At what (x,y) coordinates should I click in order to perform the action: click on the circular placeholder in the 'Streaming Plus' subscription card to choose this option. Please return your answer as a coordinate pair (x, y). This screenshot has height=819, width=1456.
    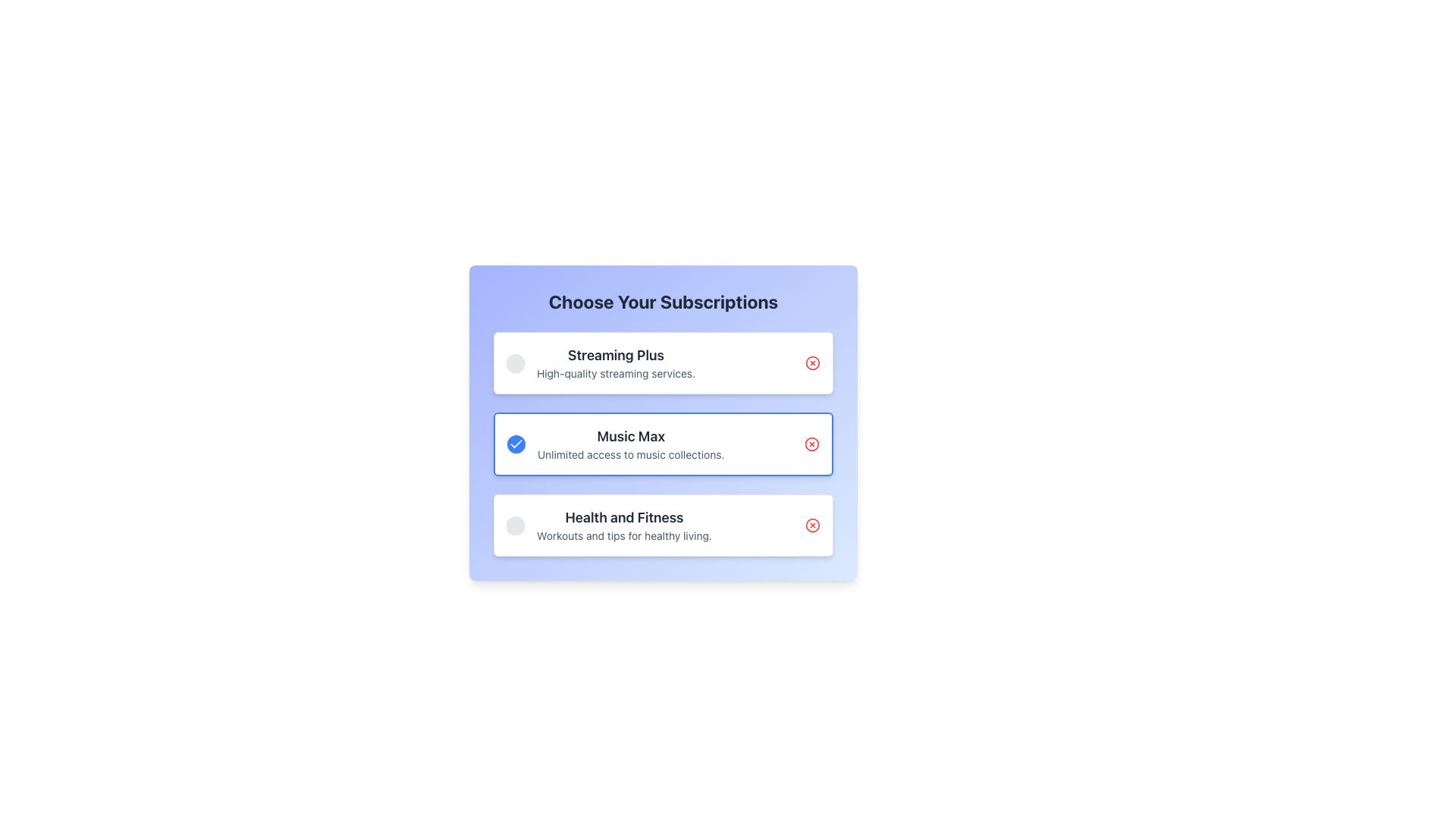
    Looking at the image, I should click on (663, 362).